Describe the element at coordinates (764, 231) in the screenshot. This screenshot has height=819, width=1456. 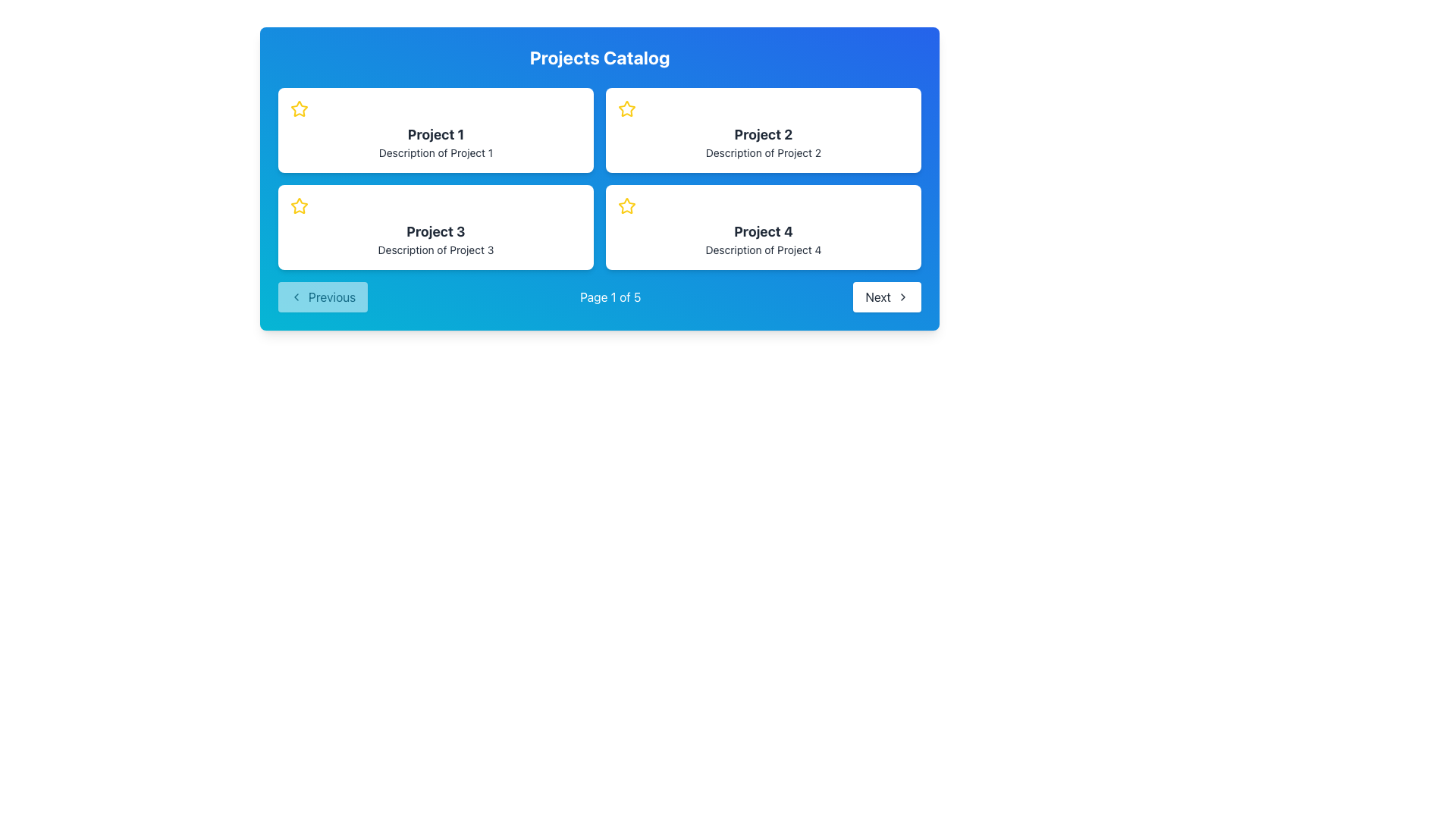
I see `the 'Project 4' label` at that location.